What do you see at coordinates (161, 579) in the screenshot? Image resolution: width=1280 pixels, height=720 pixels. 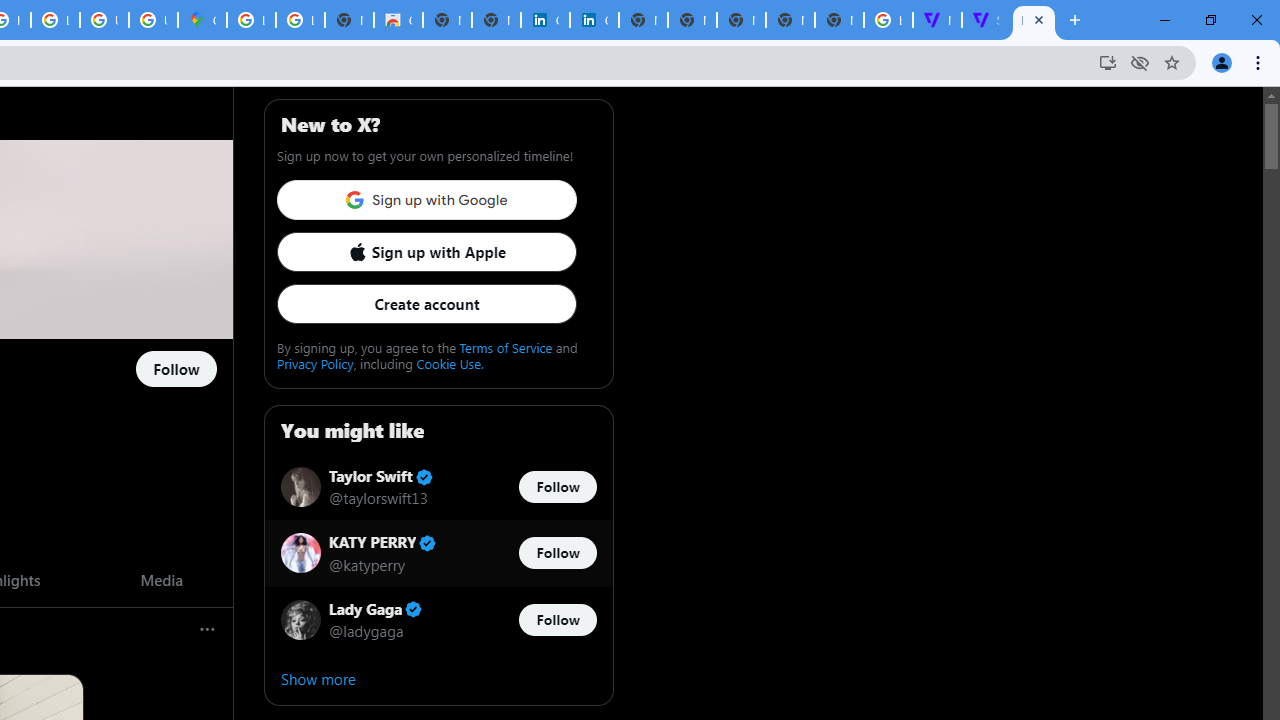 I see `'Media'` at bounding box center [161, 579].